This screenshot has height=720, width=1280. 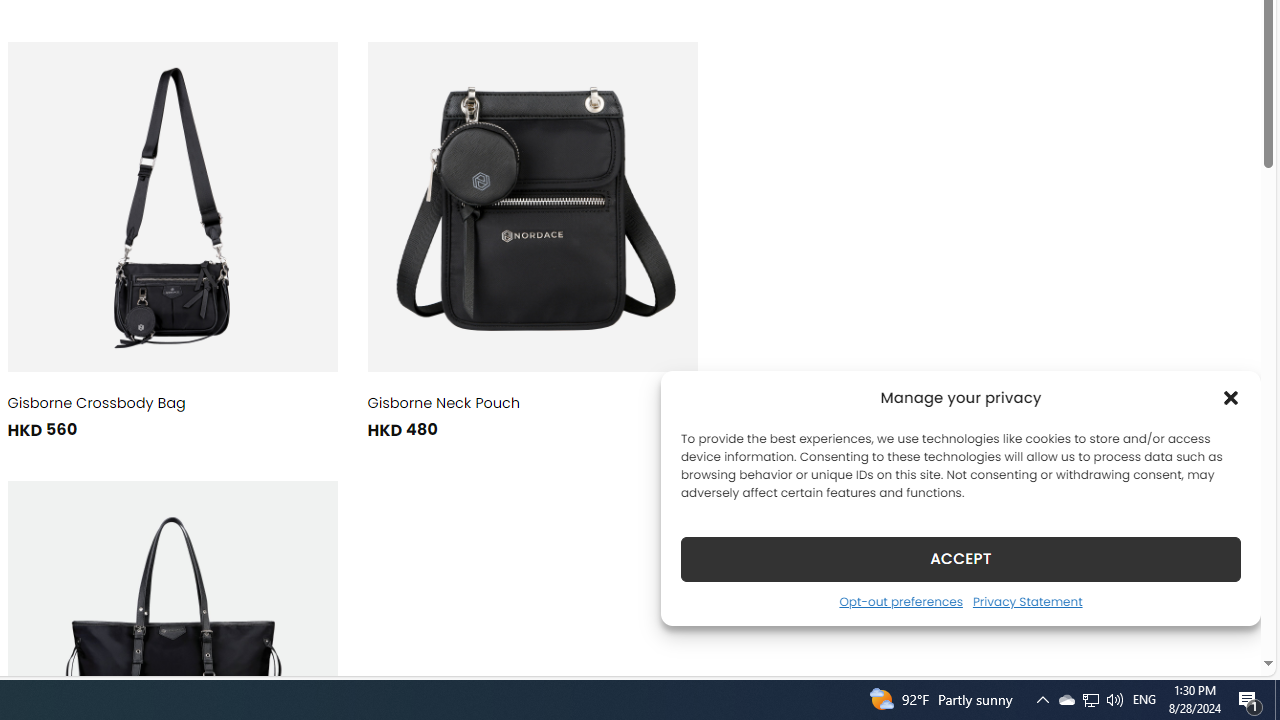 What do you see at coordinates (1230, 397) in the screenshot?
I see `'Class: cmplz-close'` at bounding box center [1230, 397].